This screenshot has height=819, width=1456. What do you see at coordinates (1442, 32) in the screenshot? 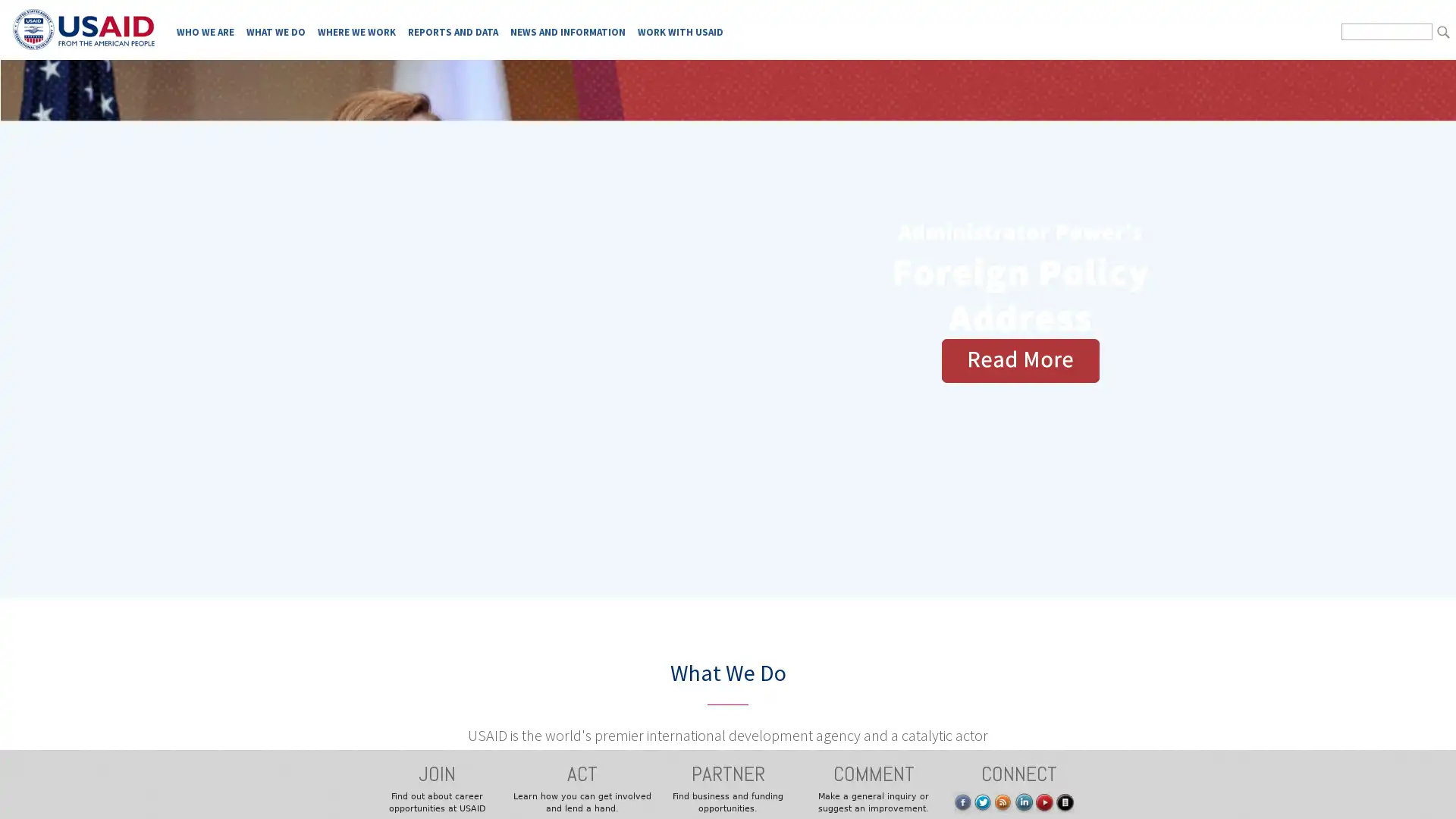
I see `Search` at bounding box center [1442, 32].